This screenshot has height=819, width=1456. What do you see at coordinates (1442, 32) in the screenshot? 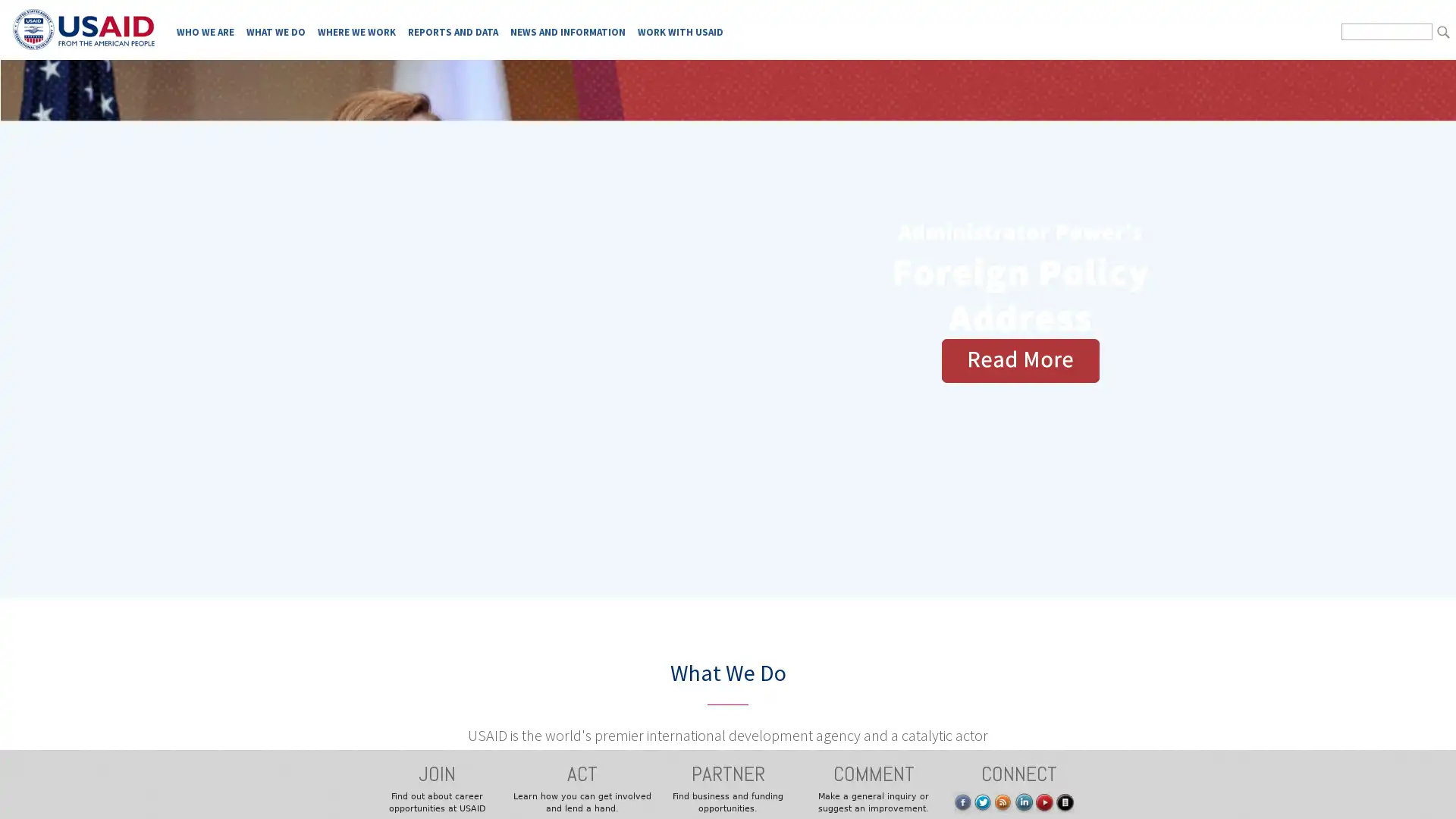
I see `Search` at bounding box center [1442, 32].